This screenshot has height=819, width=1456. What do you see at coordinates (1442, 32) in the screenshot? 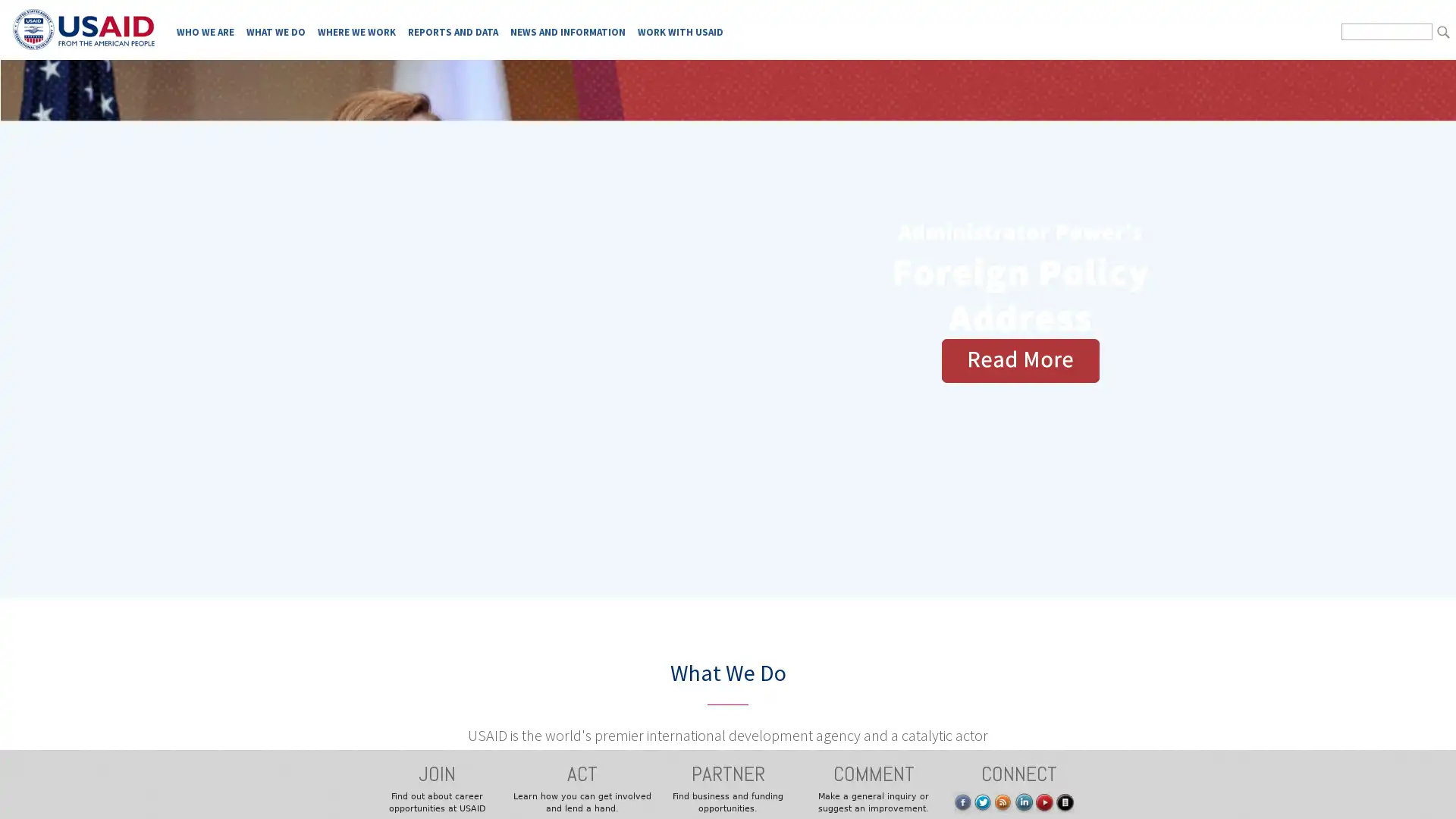
I see `Search` at bounding box center [1442, 32].